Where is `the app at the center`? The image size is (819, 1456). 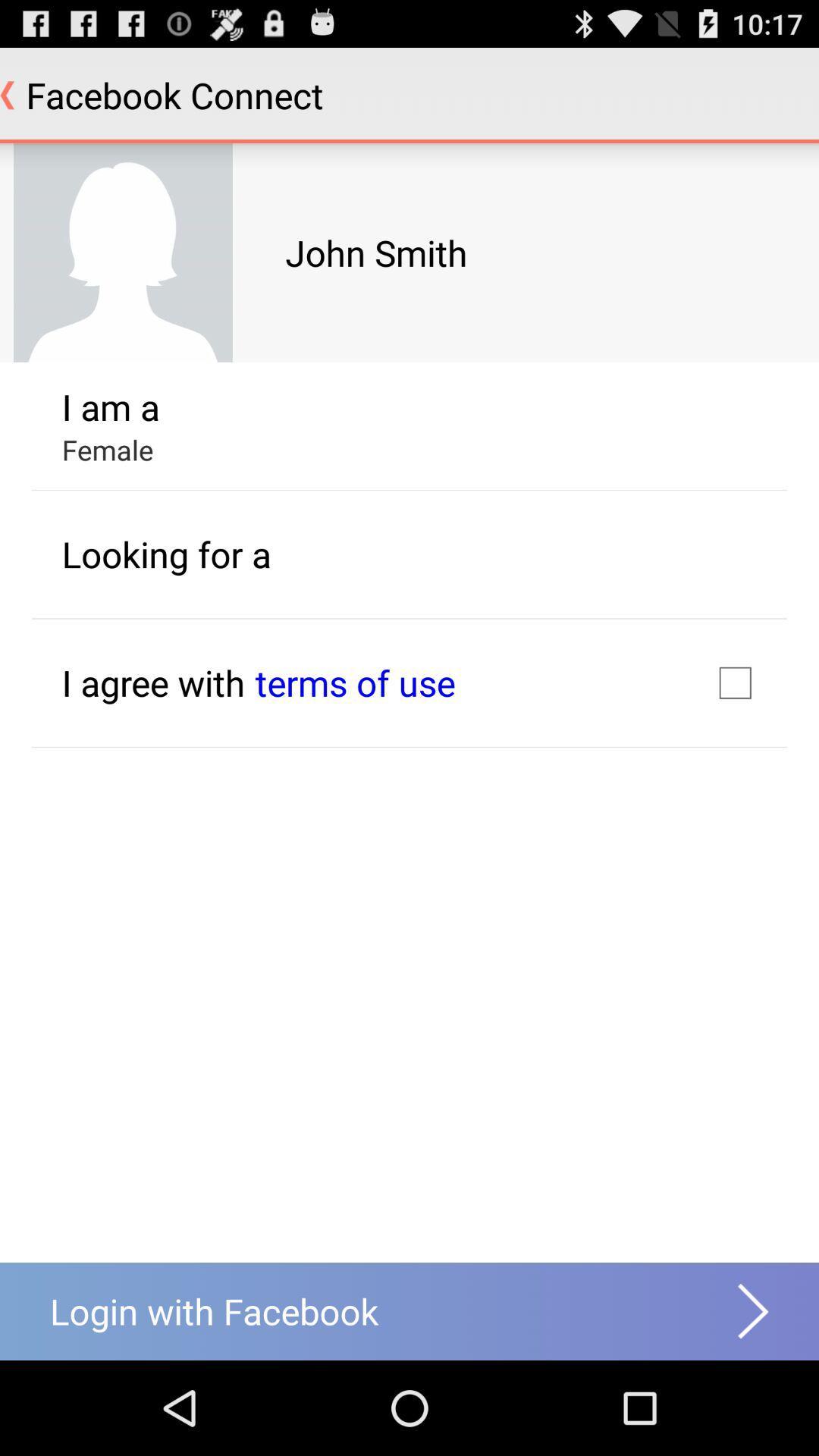 the app at the center is located at coordinates (355, 682).